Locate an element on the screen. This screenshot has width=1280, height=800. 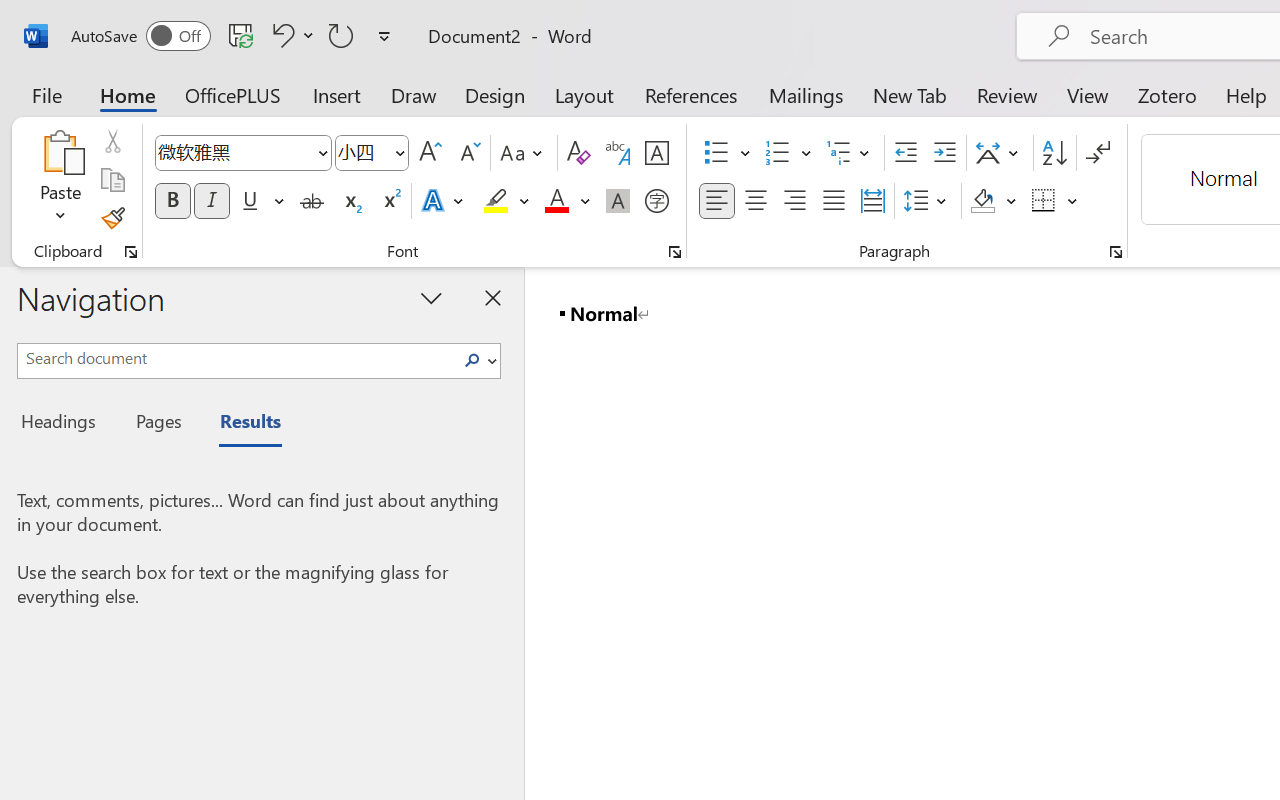
'Multilevel List' is located at coordinates (850, 153).